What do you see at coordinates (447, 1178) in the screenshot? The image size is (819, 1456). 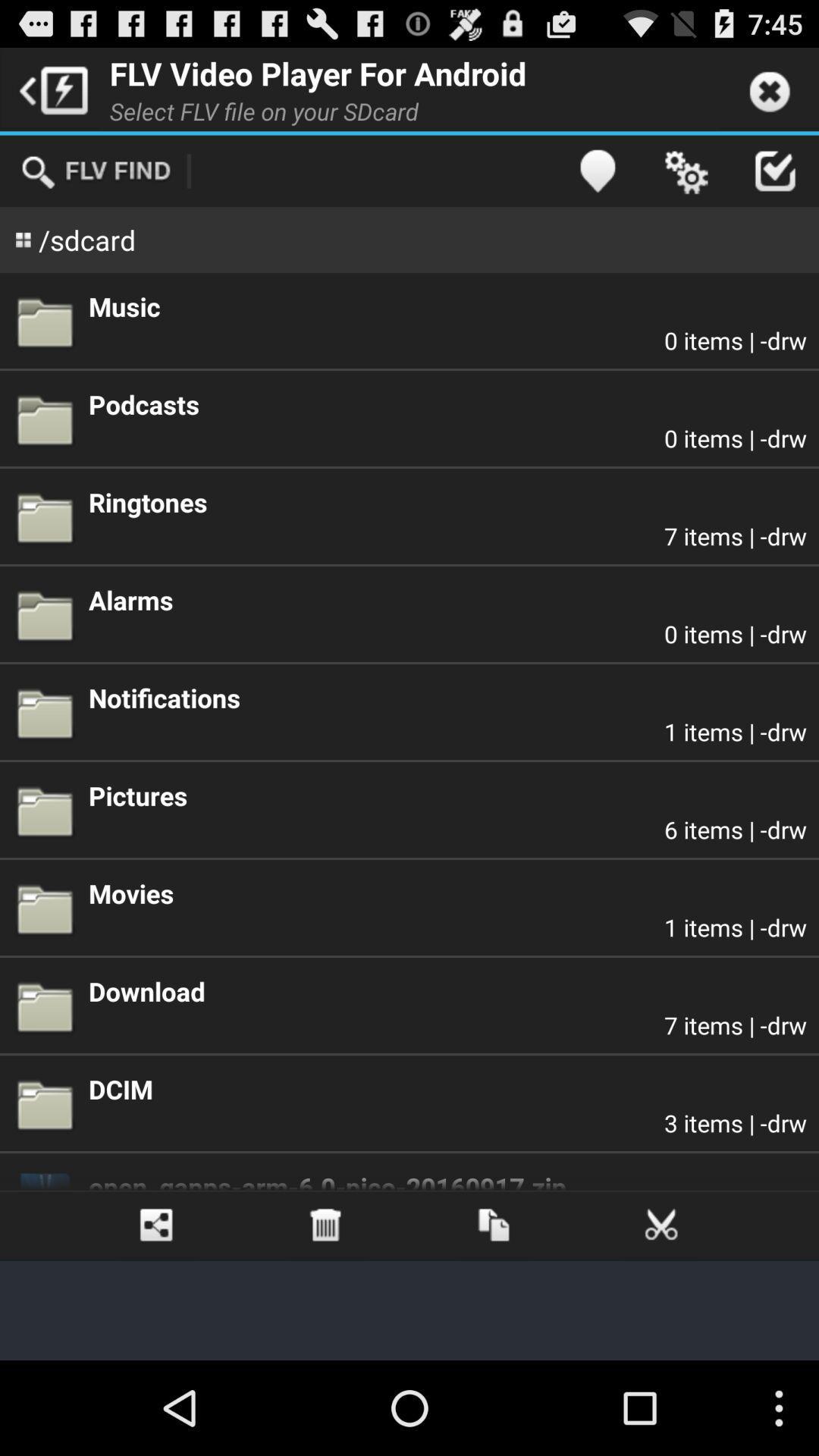 I see `open_gapps arm 6 app` at bounding box center [447, 1178].